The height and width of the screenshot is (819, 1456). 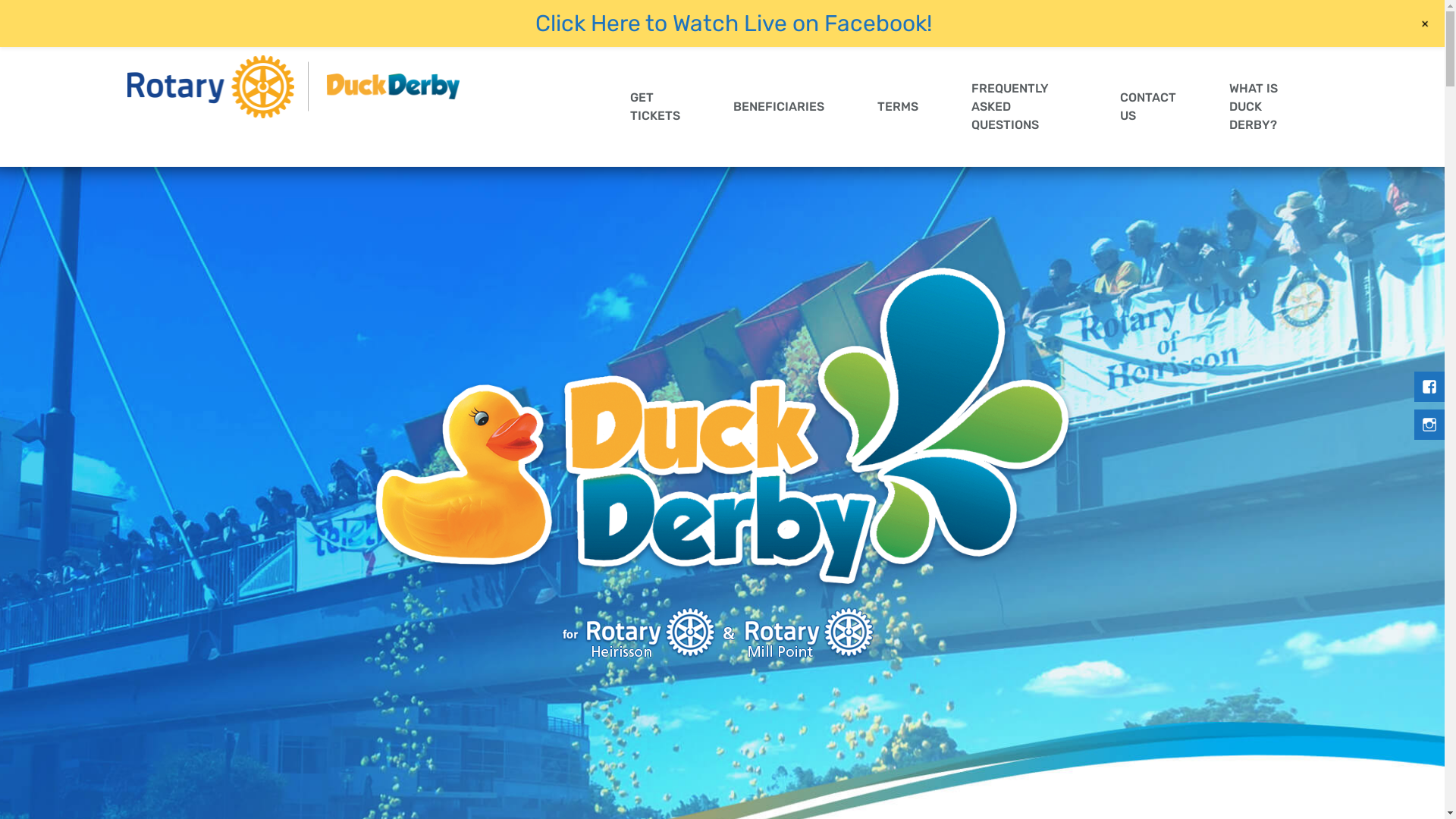 I want to click on 'Click Here to Watch Live on Facebook!', so click(x=733, y=23).